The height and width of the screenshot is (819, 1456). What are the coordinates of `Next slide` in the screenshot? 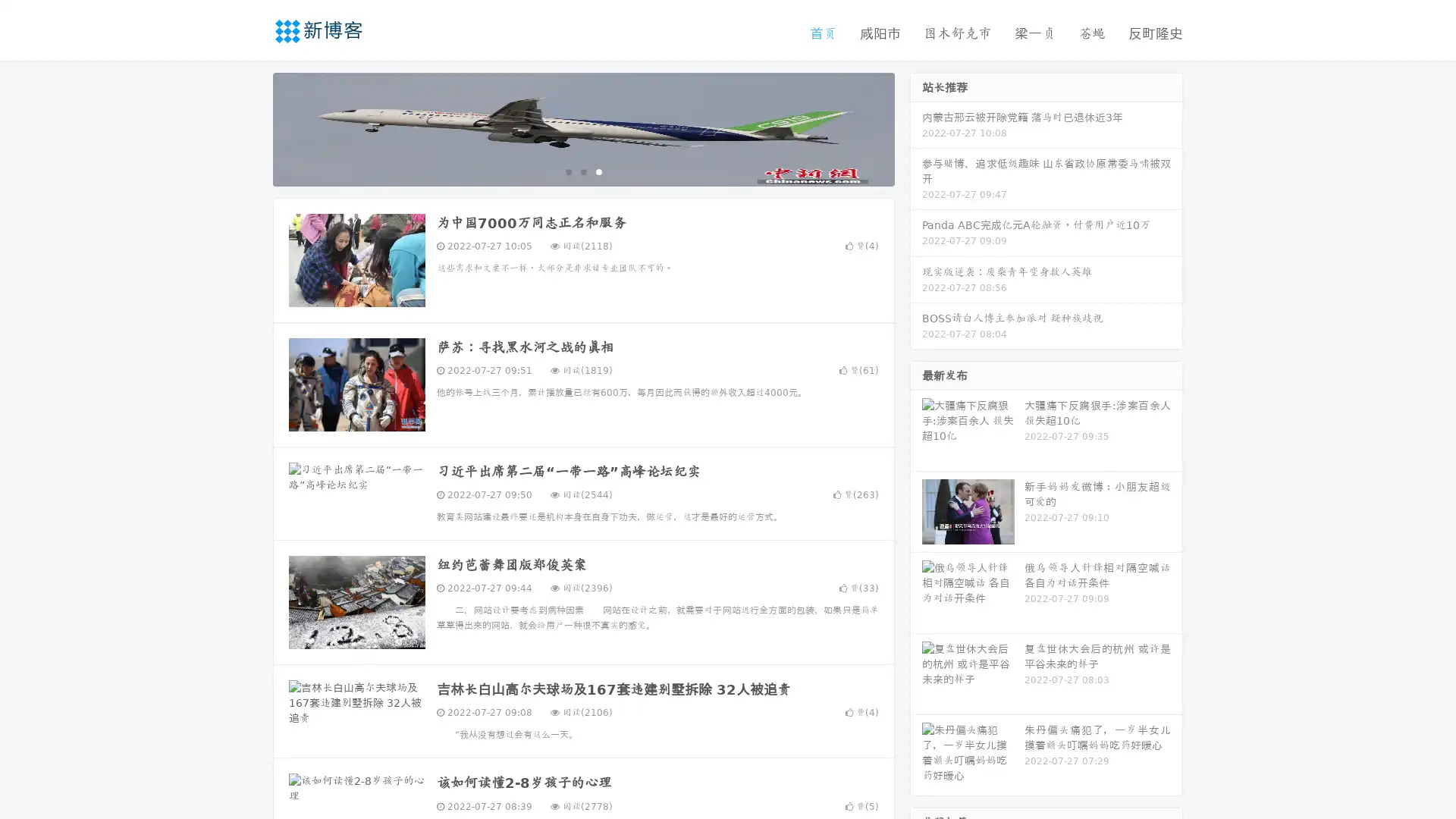 It's located at (916, 127).